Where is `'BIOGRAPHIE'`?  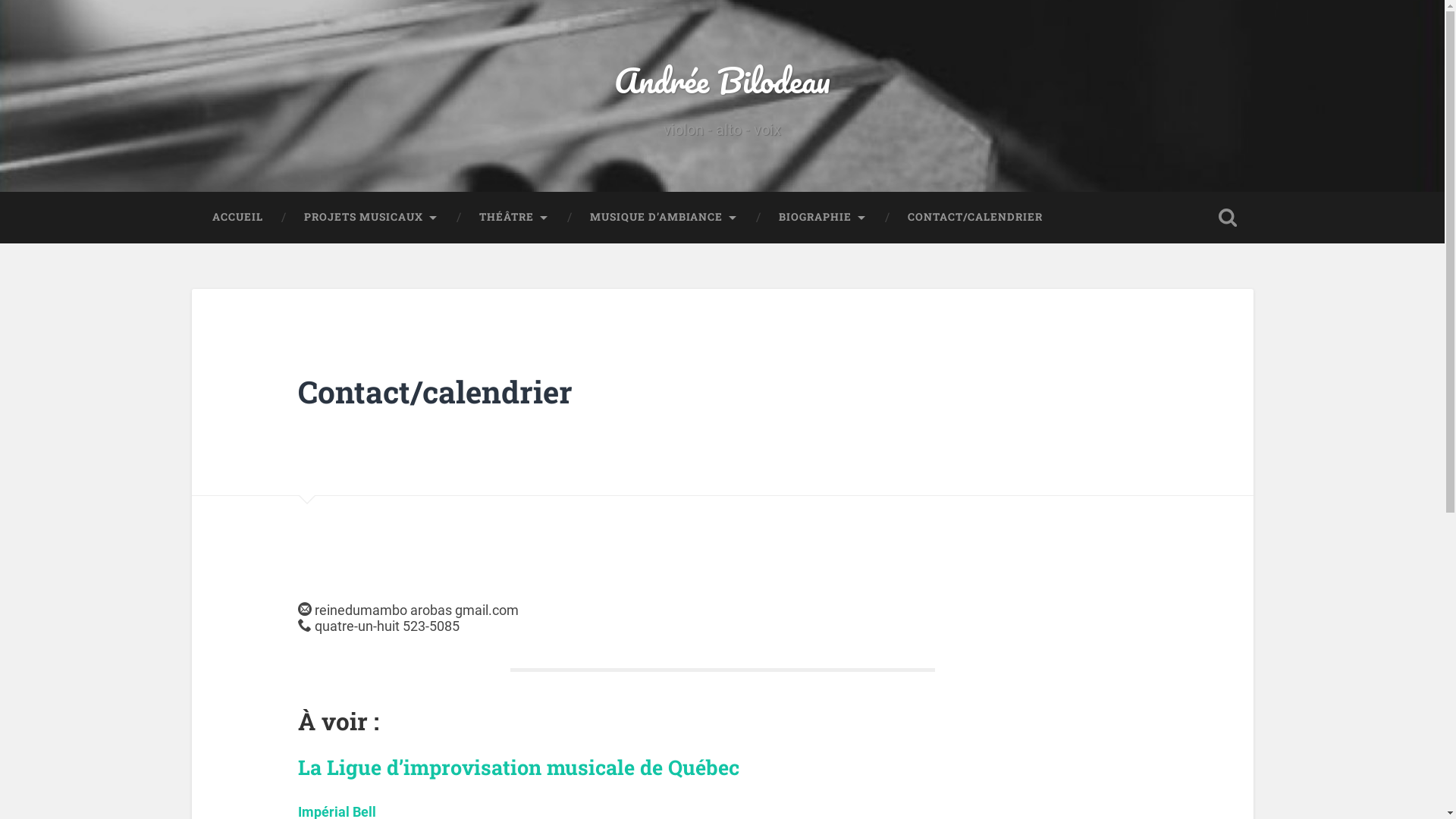
'BIOGRAPHIE' is located at coordinates (821, 217).